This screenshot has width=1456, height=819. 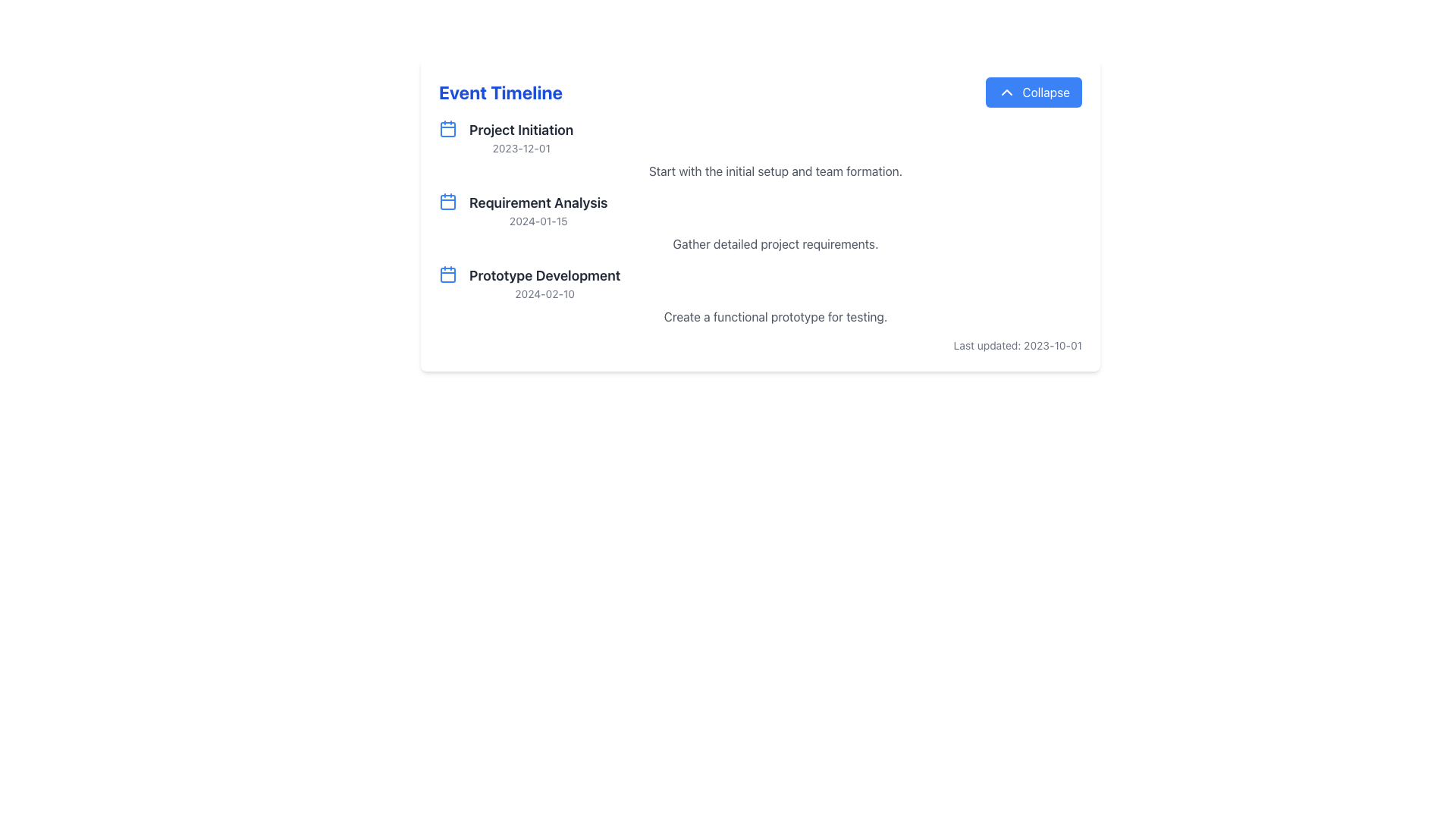 What do you see at coordinates (1007, 93) in the screenshot?
I see `the icon located to the left of the 'Collapse' text within the blue button to trigger a tooltip or visual change` at bounding box center [1007, 93].